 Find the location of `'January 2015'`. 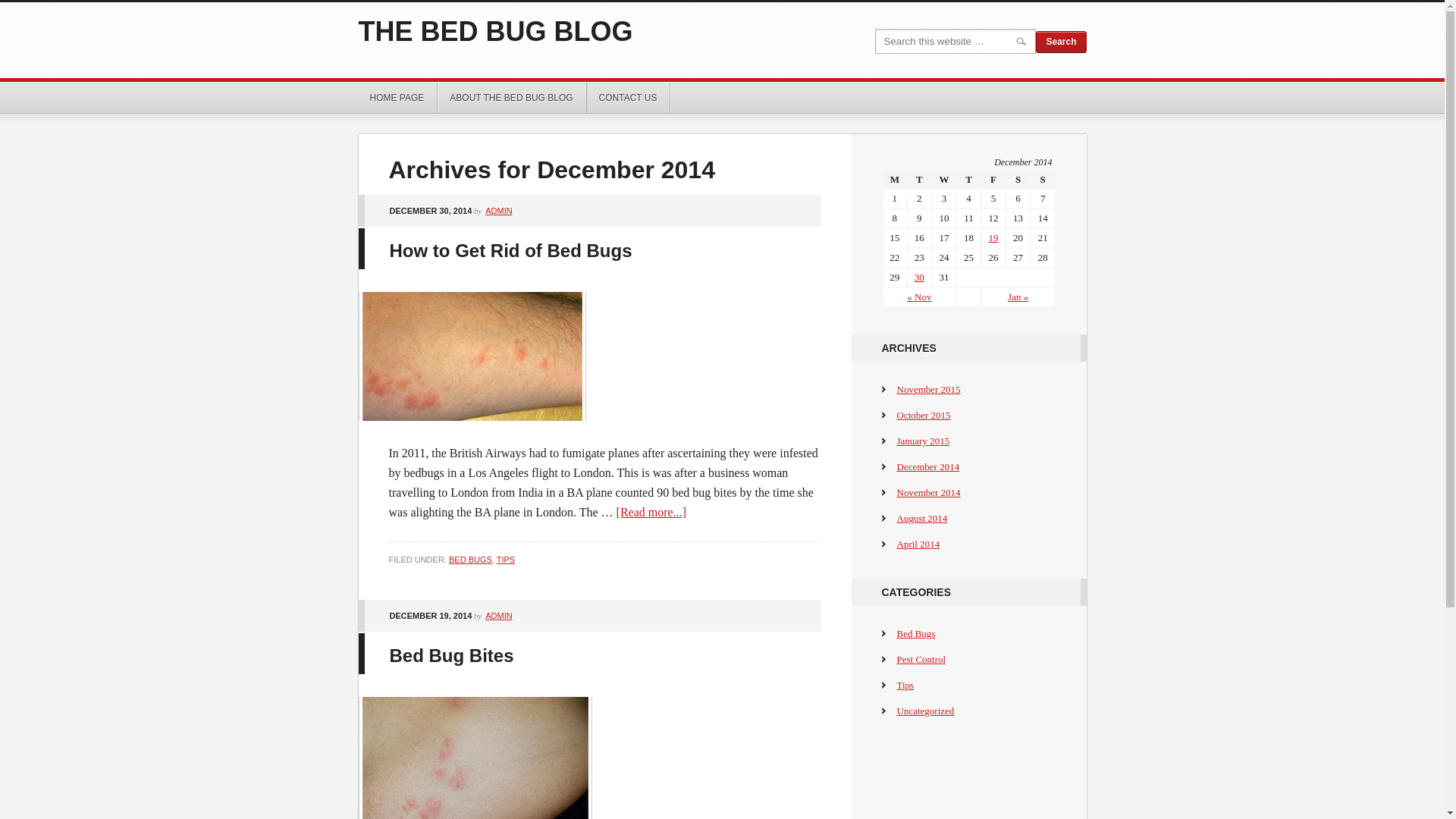

'January 2015' is located at coordinates (922, 441).